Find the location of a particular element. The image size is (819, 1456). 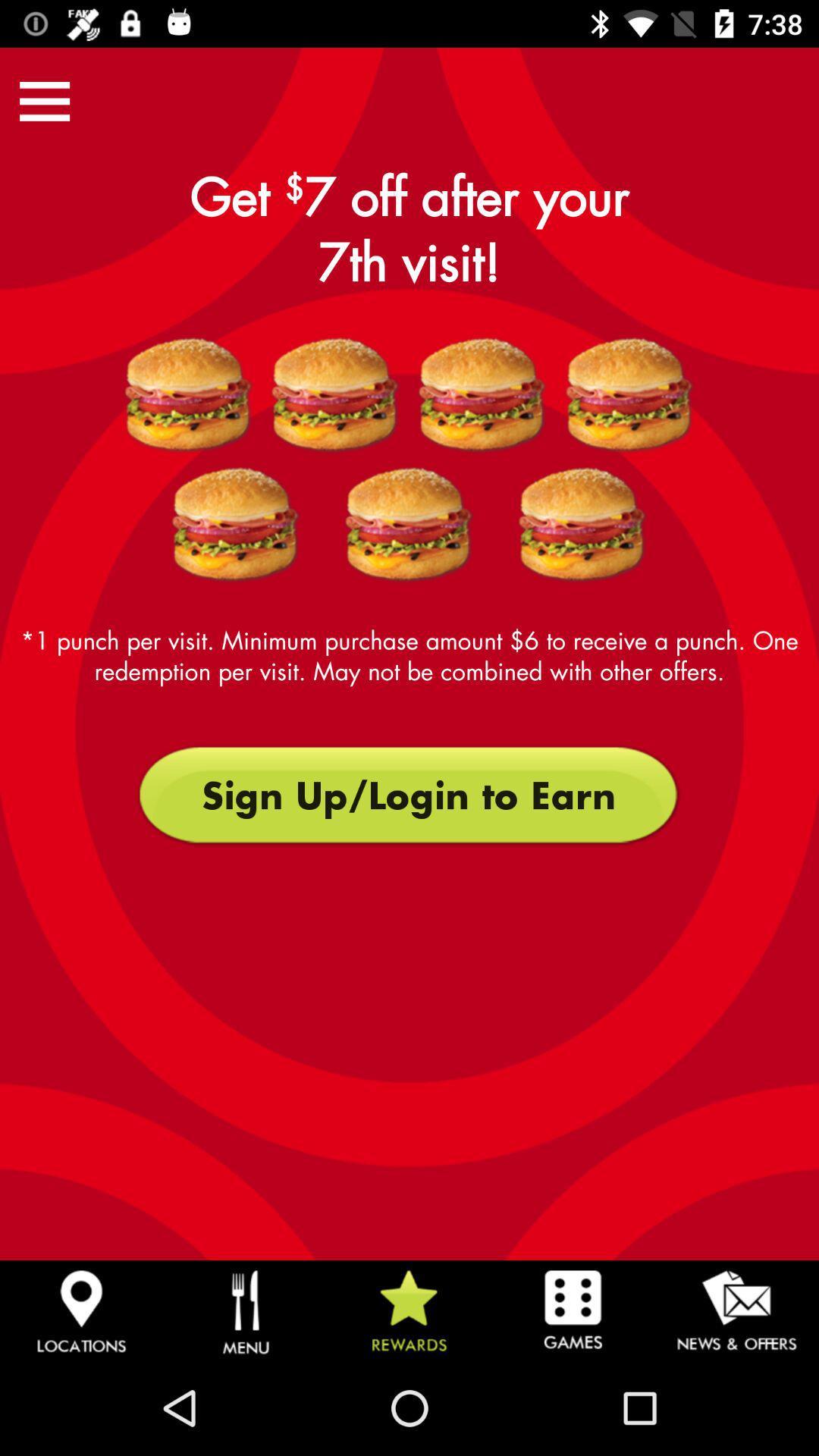

the menu icon is located at coordinates (44, 100).